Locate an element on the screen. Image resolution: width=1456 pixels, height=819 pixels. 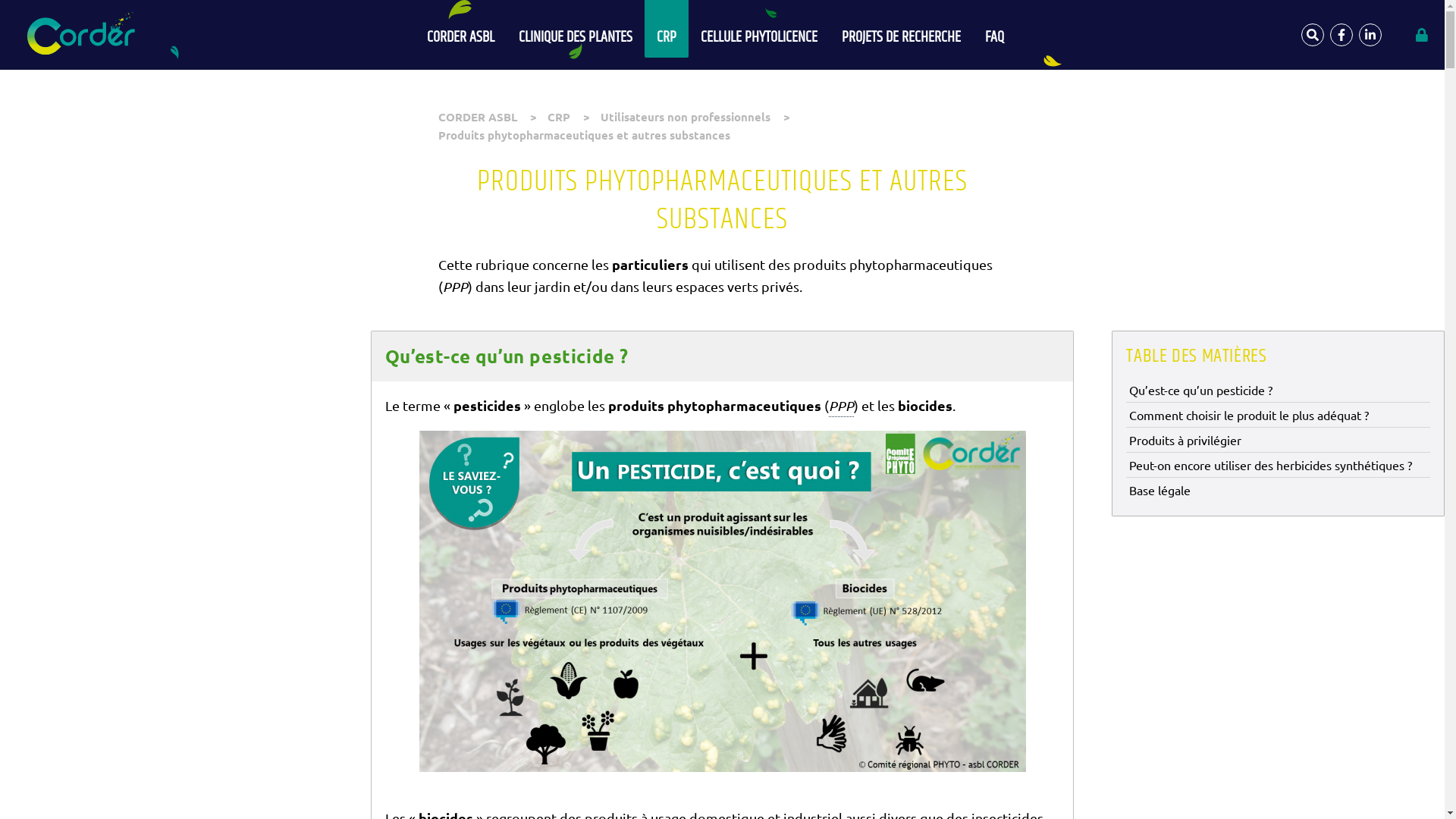
'CLINIQUE DES PLANTES' is located at coordinates (506, 29).